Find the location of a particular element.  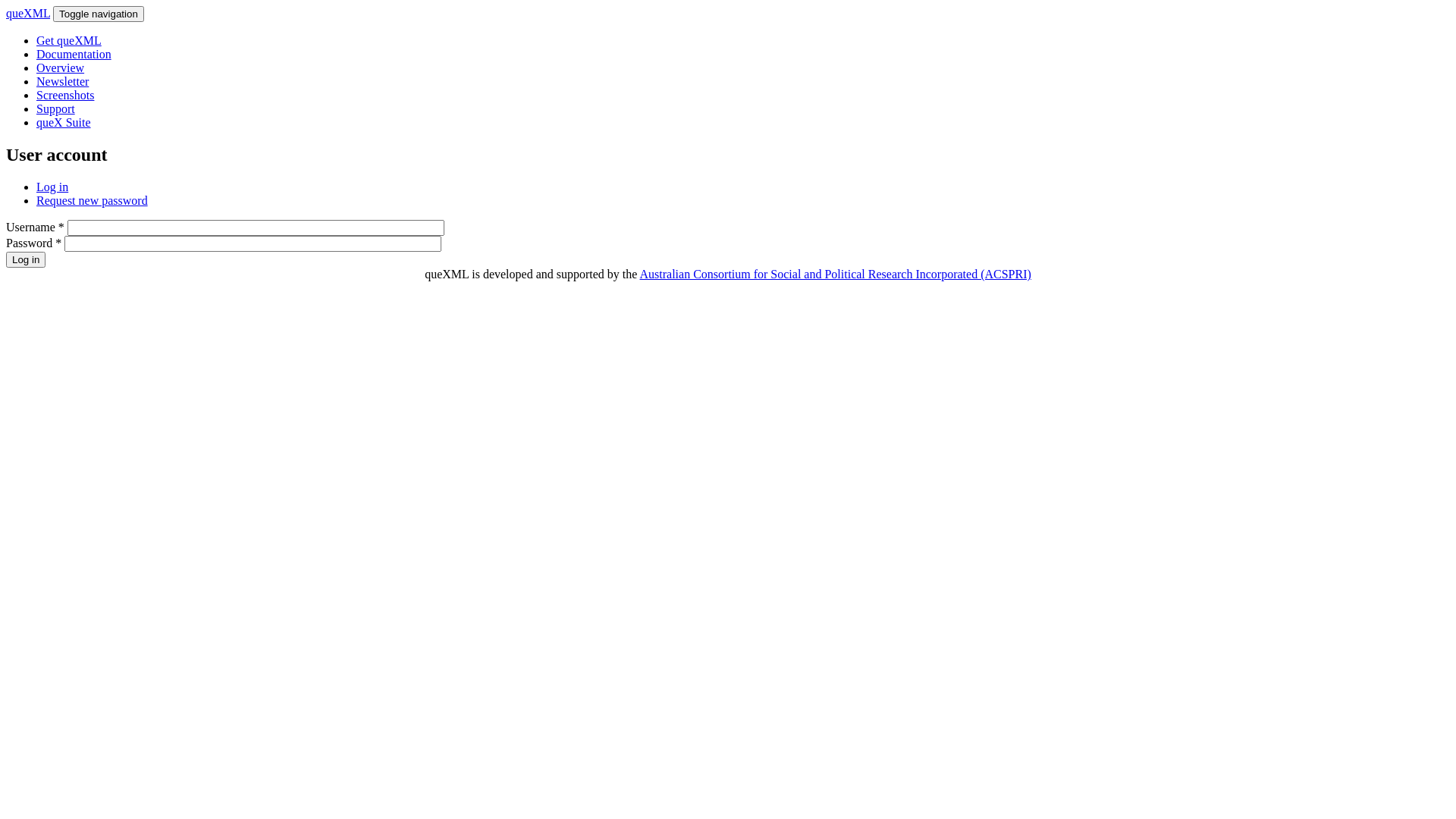

'Enter your queXML username.' is located at coordinates (256, 227).